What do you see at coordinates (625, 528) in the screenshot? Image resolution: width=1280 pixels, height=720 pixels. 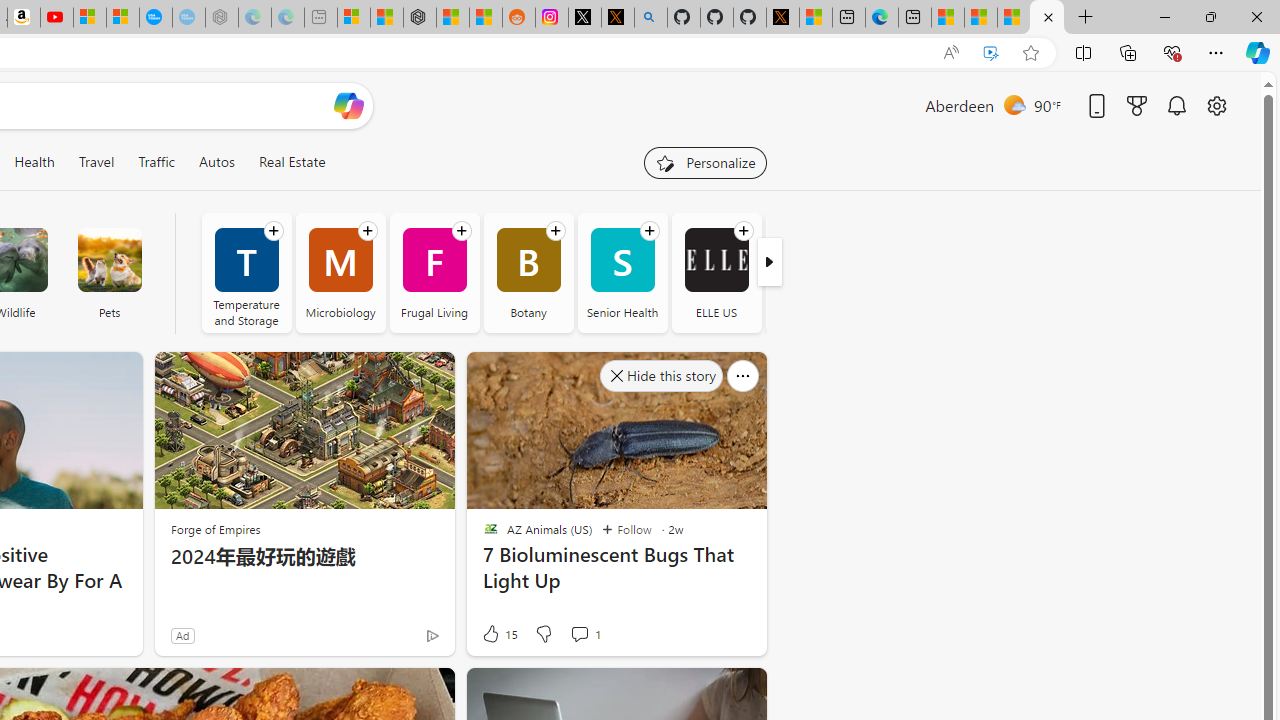 I see `'Follow'` at bounding box center [625, 528].